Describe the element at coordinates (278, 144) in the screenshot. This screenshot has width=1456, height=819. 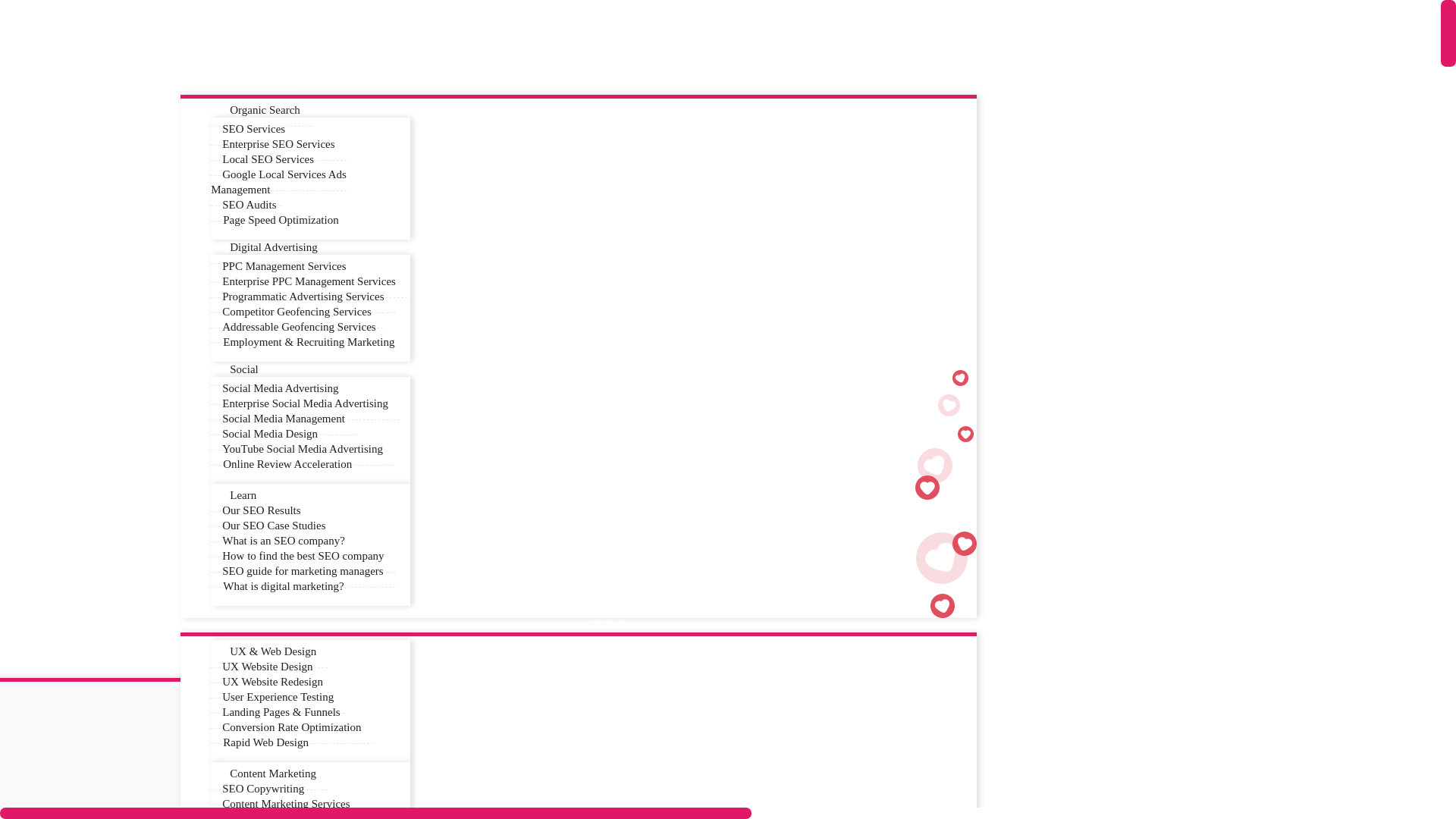
I see `'Enterprise SEO Services'` at that location.